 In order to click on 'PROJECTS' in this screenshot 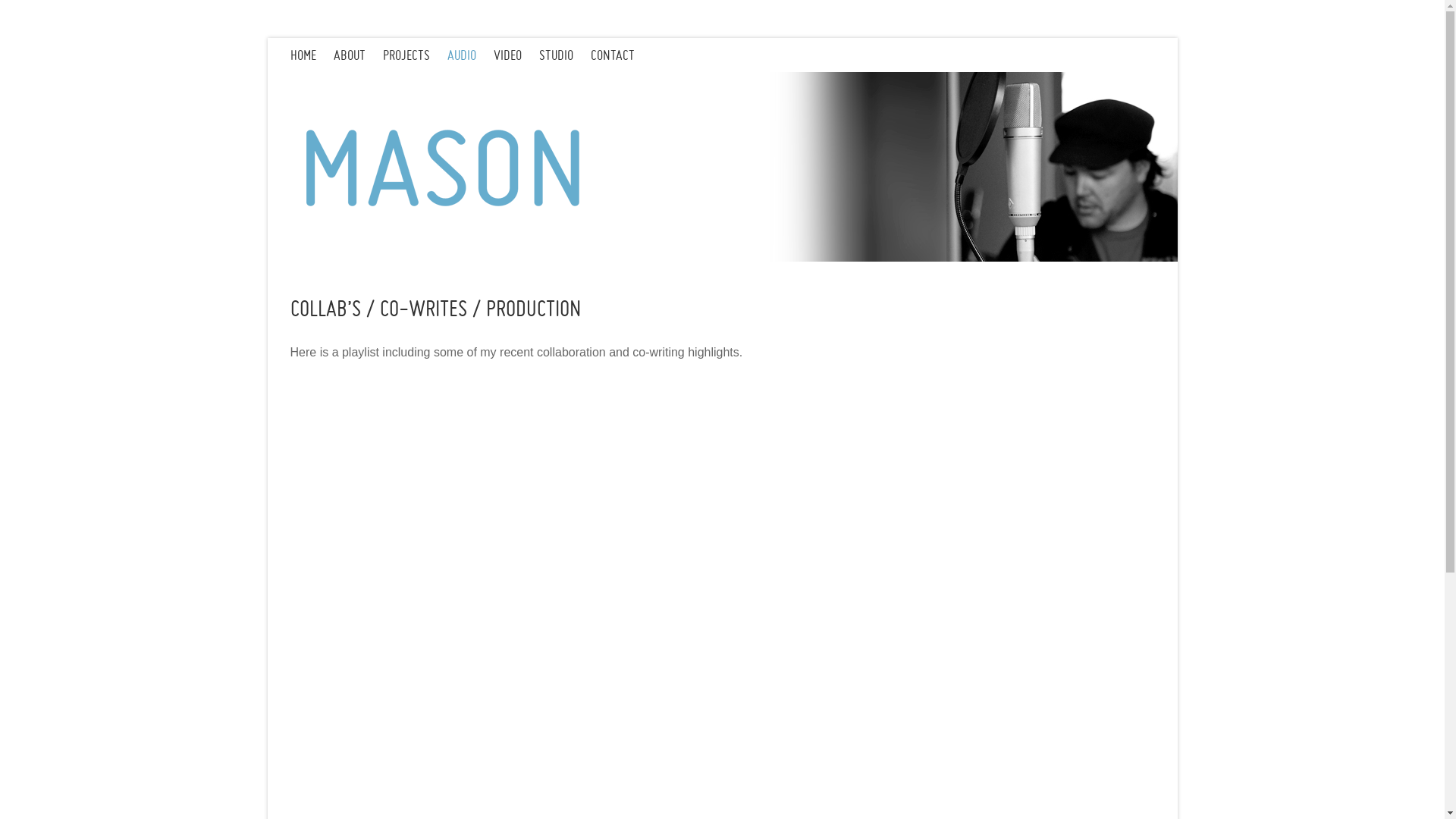, I will do `click(414, 54)`.